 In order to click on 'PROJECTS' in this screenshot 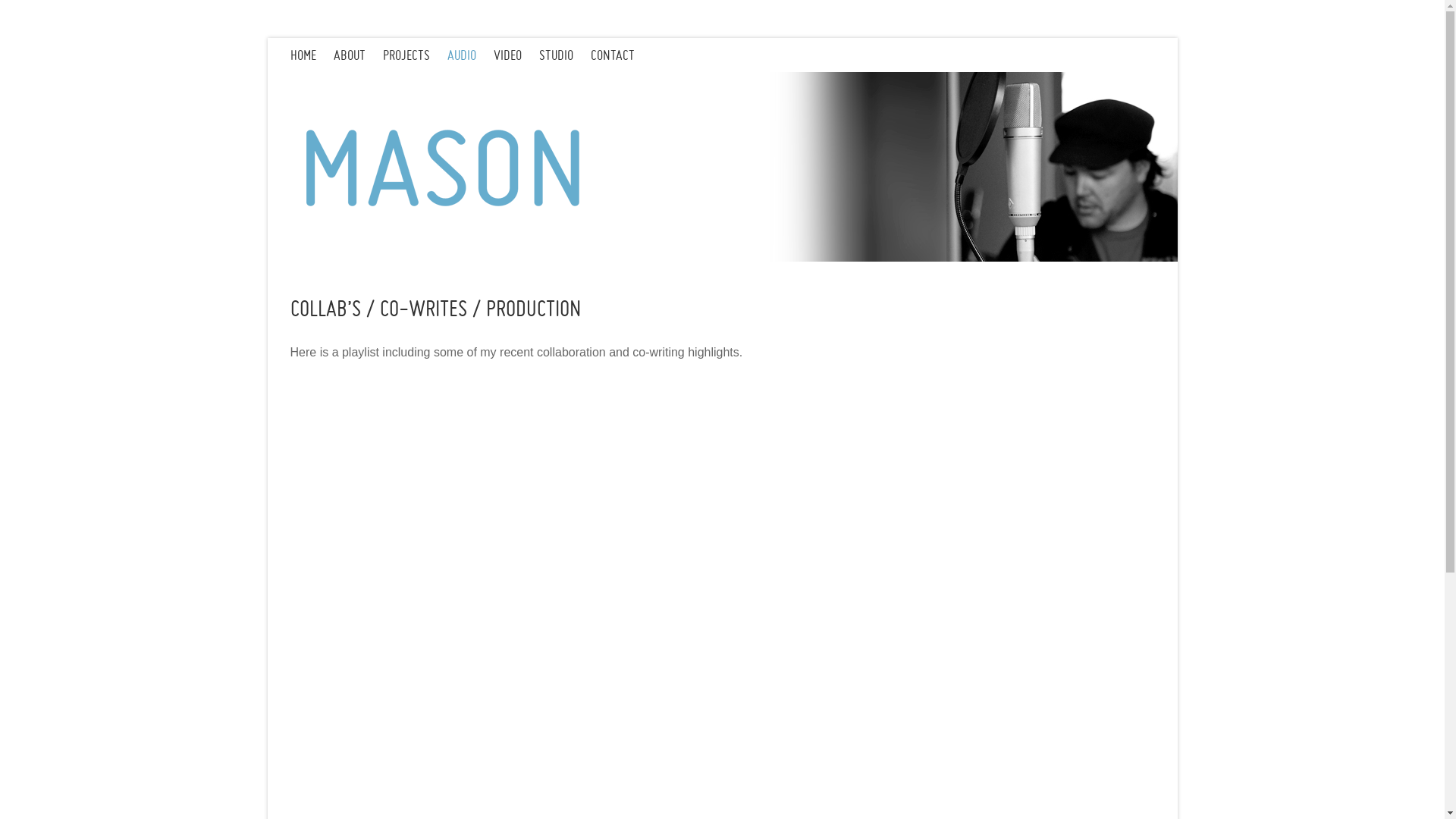, I will do `click(414, 54)`.